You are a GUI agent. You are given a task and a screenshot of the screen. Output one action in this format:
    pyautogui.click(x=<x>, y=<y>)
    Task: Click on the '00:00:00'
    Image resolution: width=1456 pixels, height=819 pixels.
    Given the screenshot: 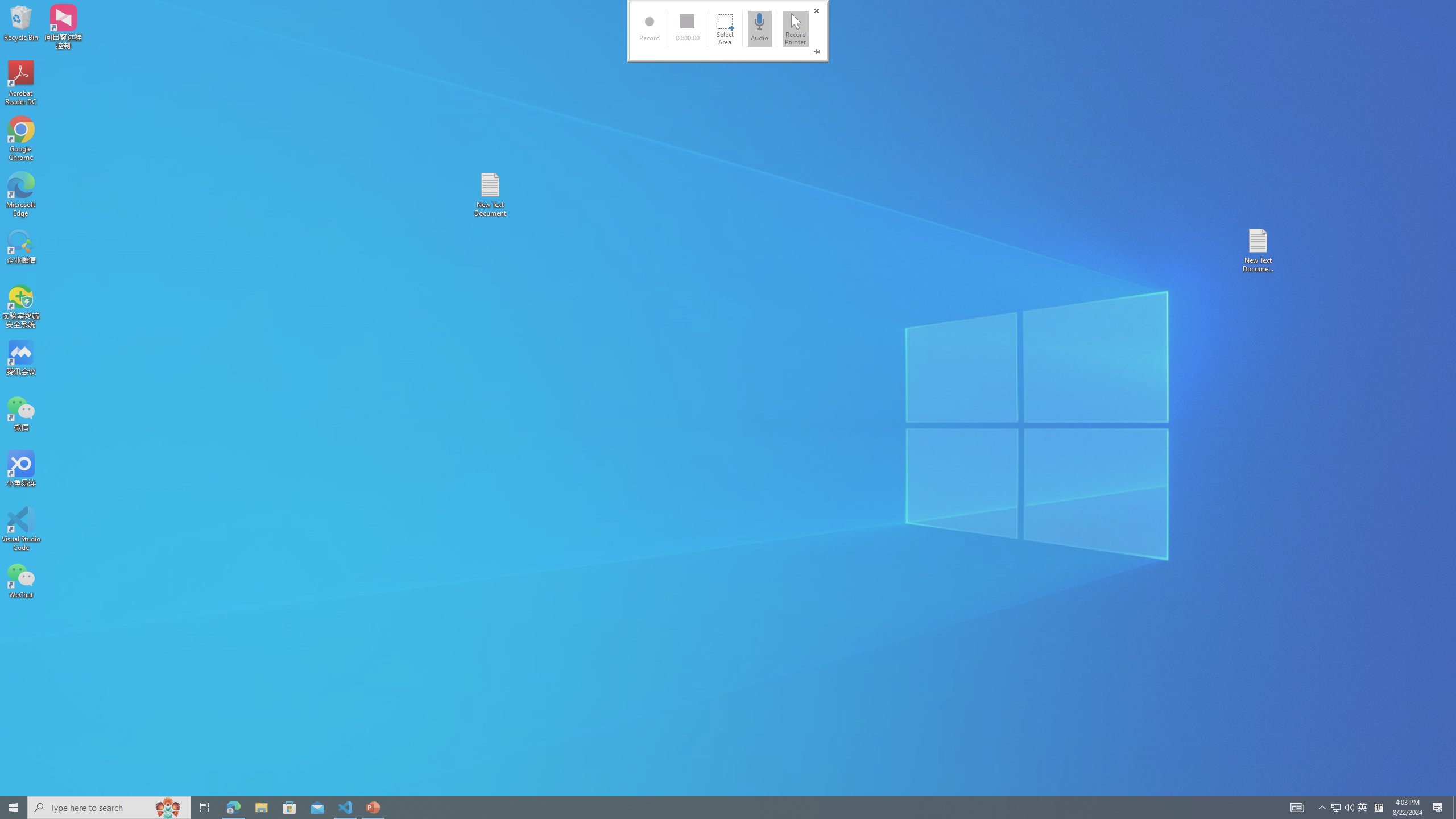 What is the action you would take?
    pyautogui.click(x=686, y=28)
    